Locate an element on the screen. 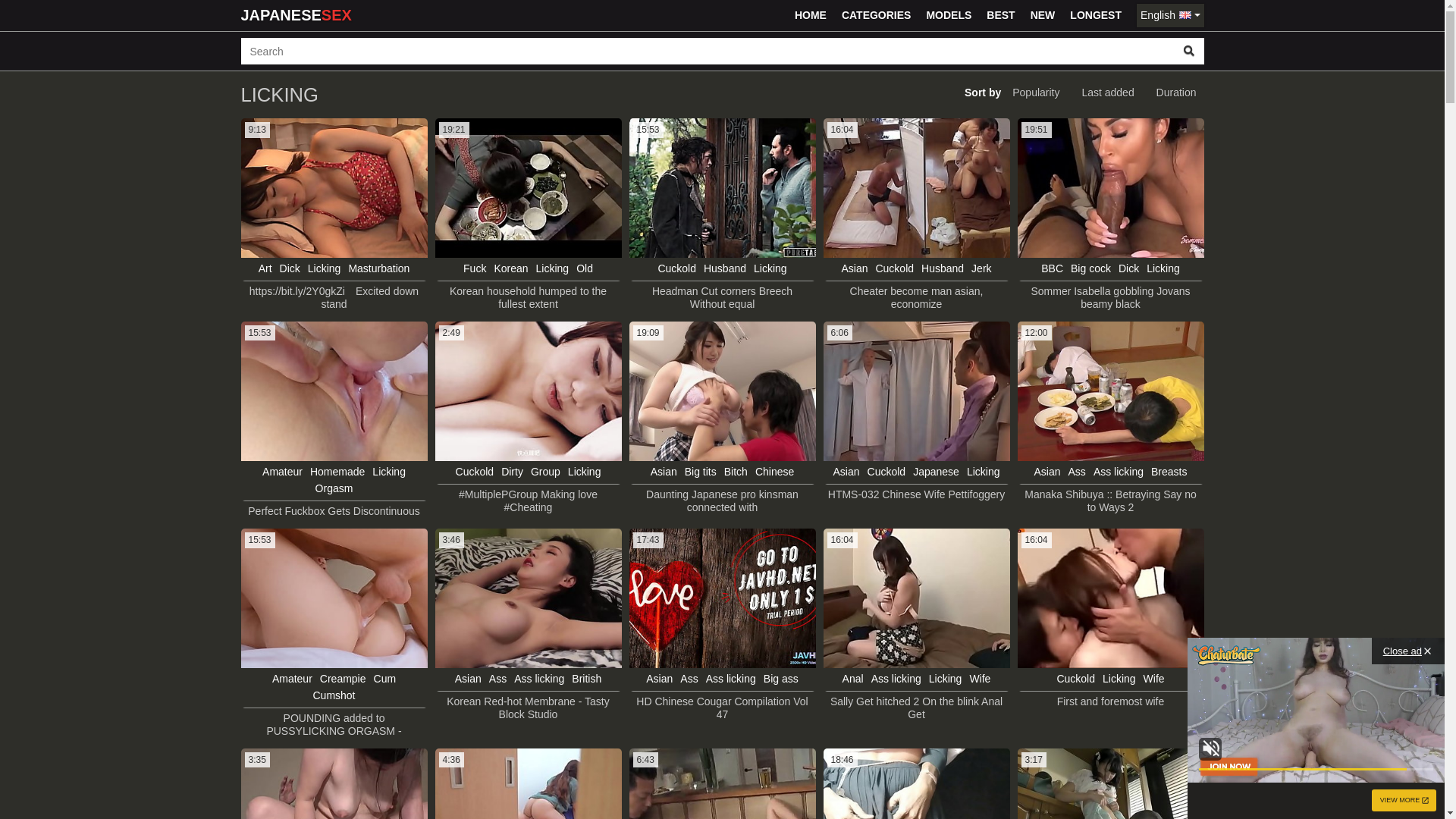 Image resolution: width=1456 pixels, height=819 pixels. 'Cuckold' is located at coordinates (676, 268).